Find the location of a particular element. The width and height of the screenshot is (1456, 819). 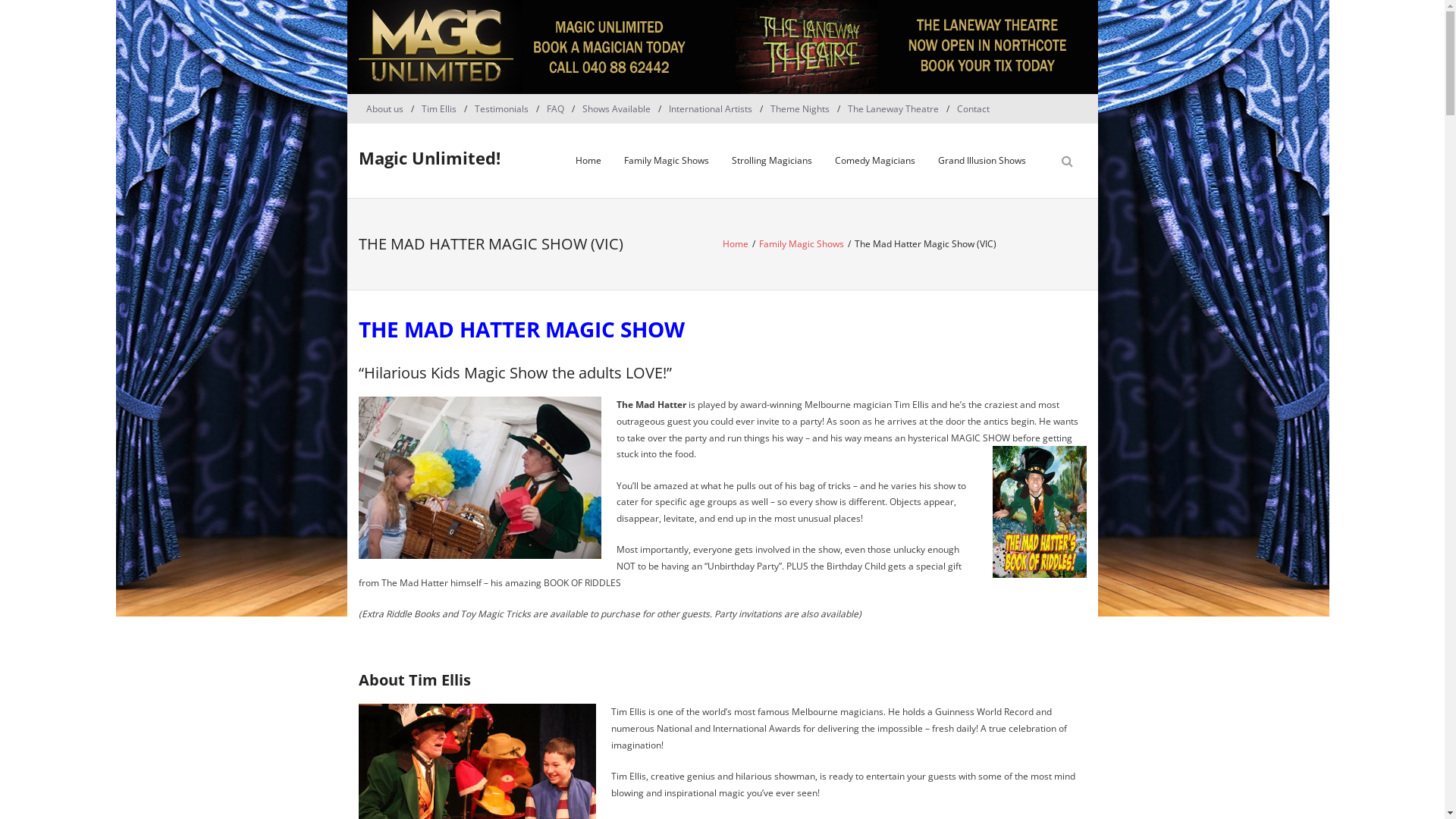

'Testimonials' is located at coordinates (466, 108).